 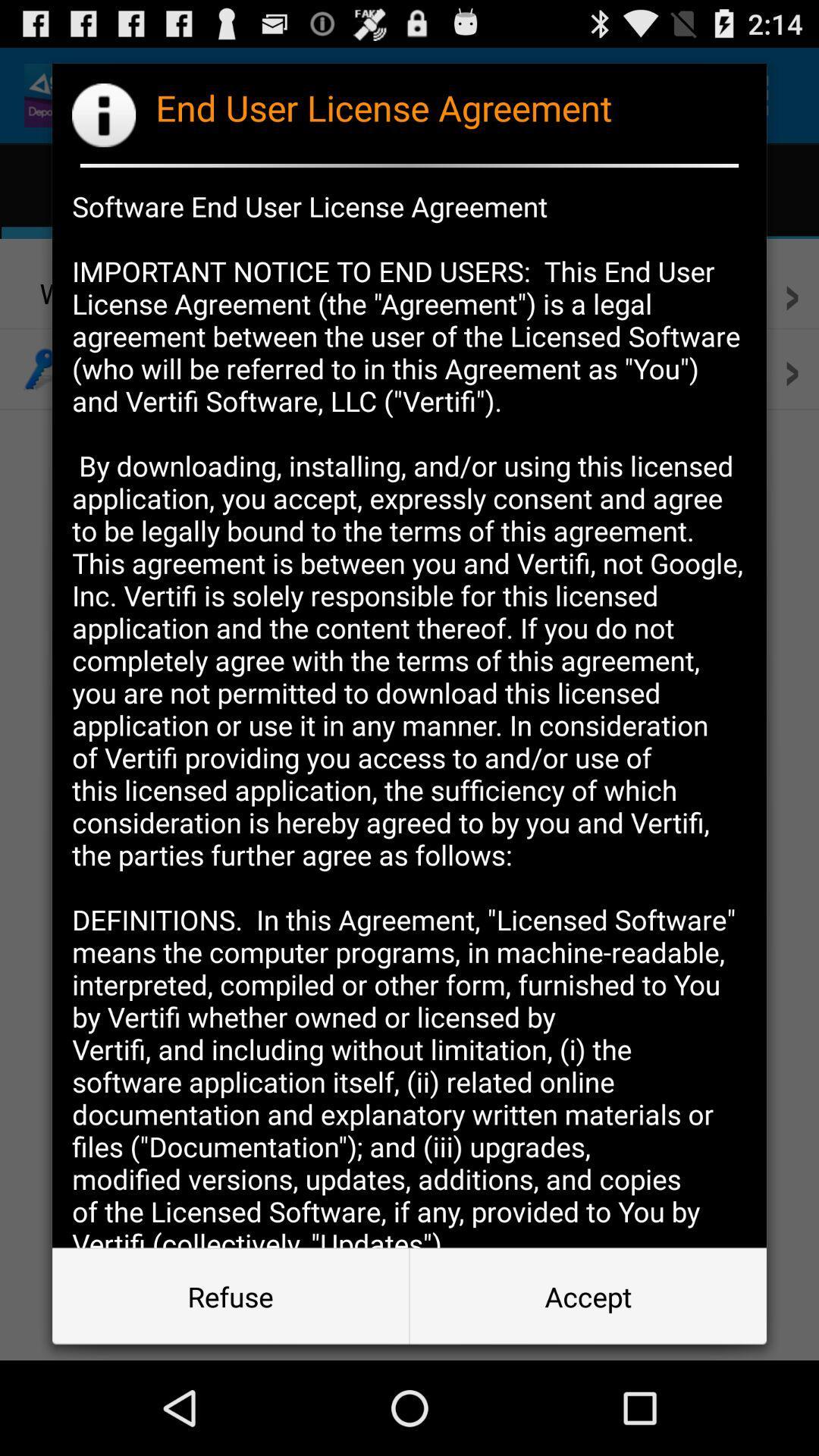 What do you see at coordinates (587, 1295) in the screenshot?
I see `app below software end user app` at bounding box center [587, 1295].